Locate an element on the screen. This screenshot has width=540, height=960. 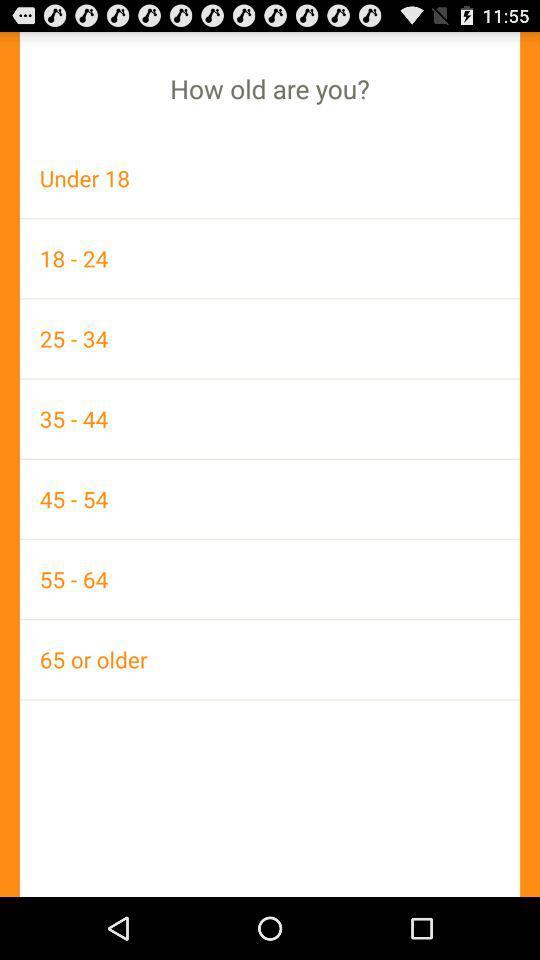
under 18 app is located at coordinates (270, 177).